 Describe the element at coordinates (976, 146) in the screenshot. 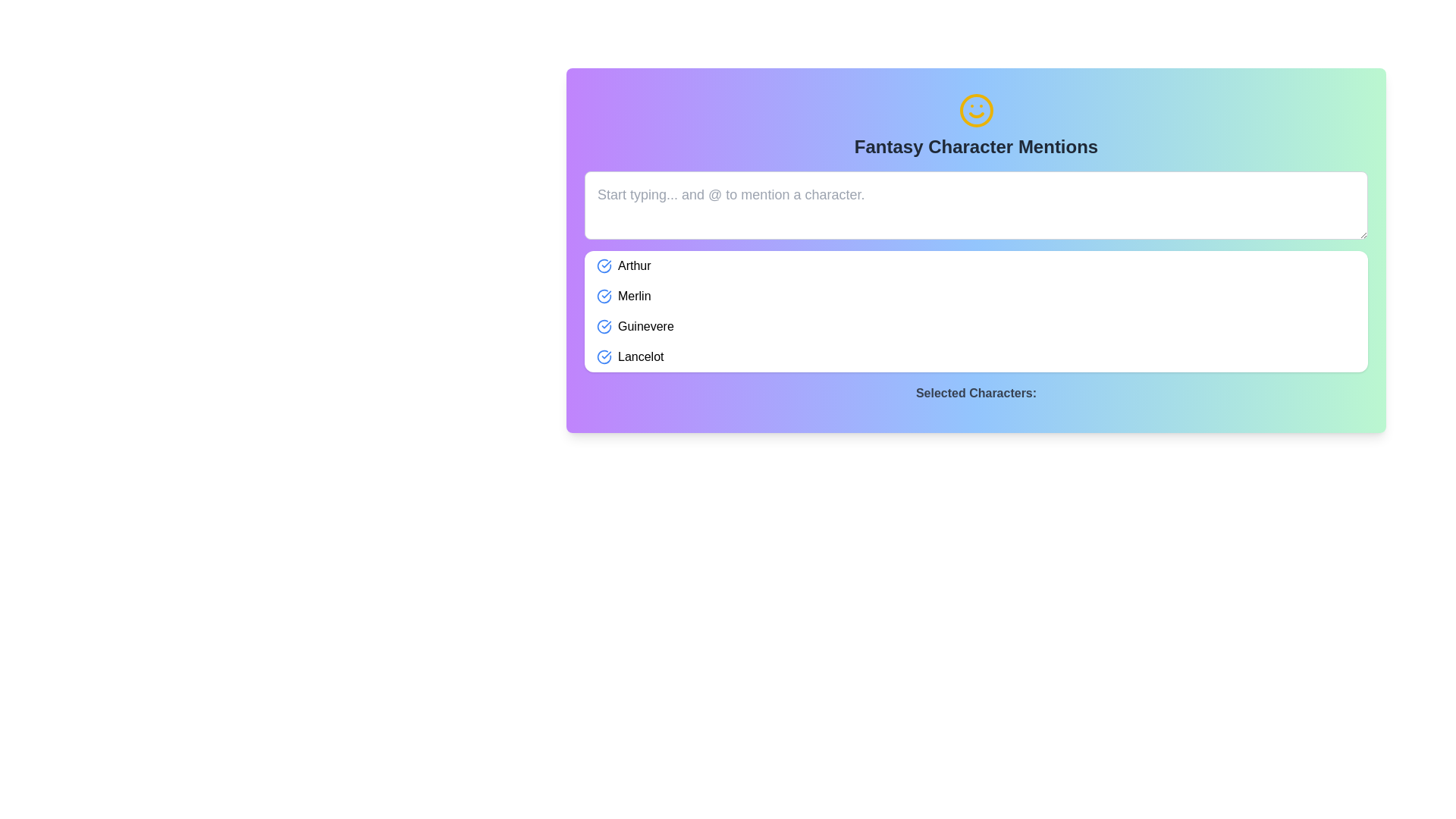

I see `the text label displaying 'Fantasy Character Mentions', which is a bold and prominent header located in the upper section of the layout` at that location.